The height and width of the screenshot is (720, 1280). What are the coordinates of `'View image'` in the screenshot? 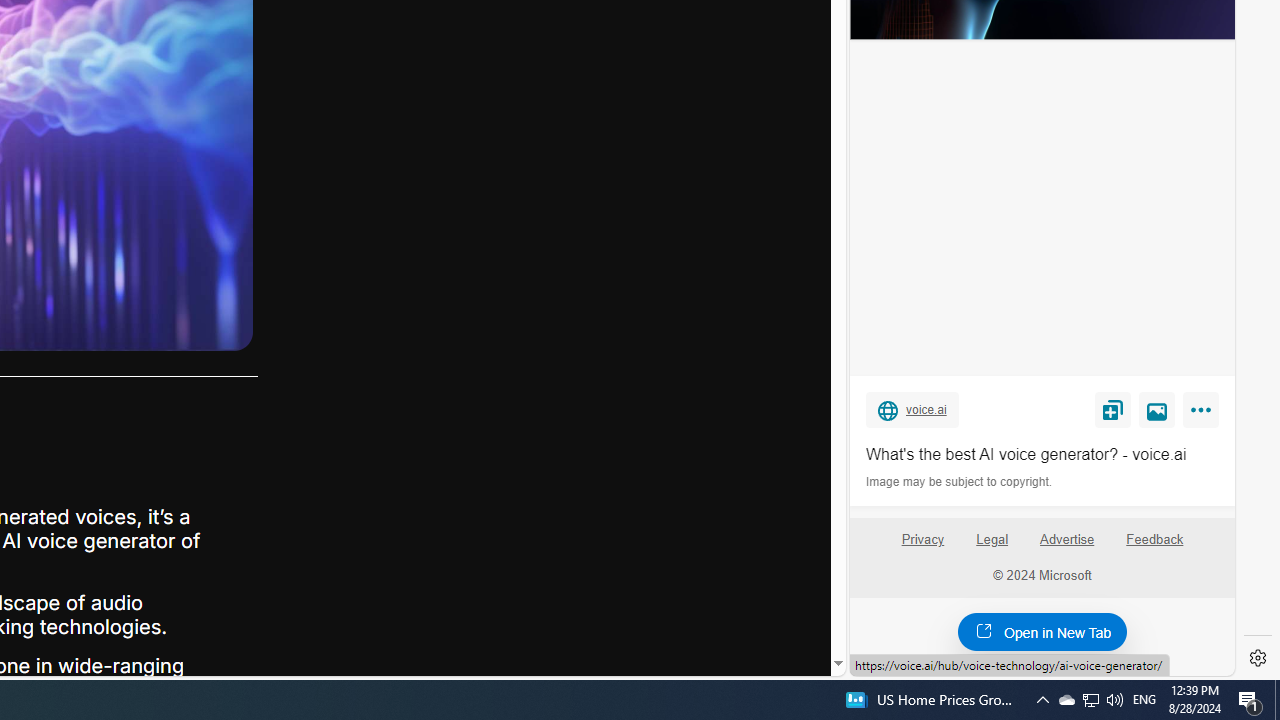 It's located at (1157, 408).